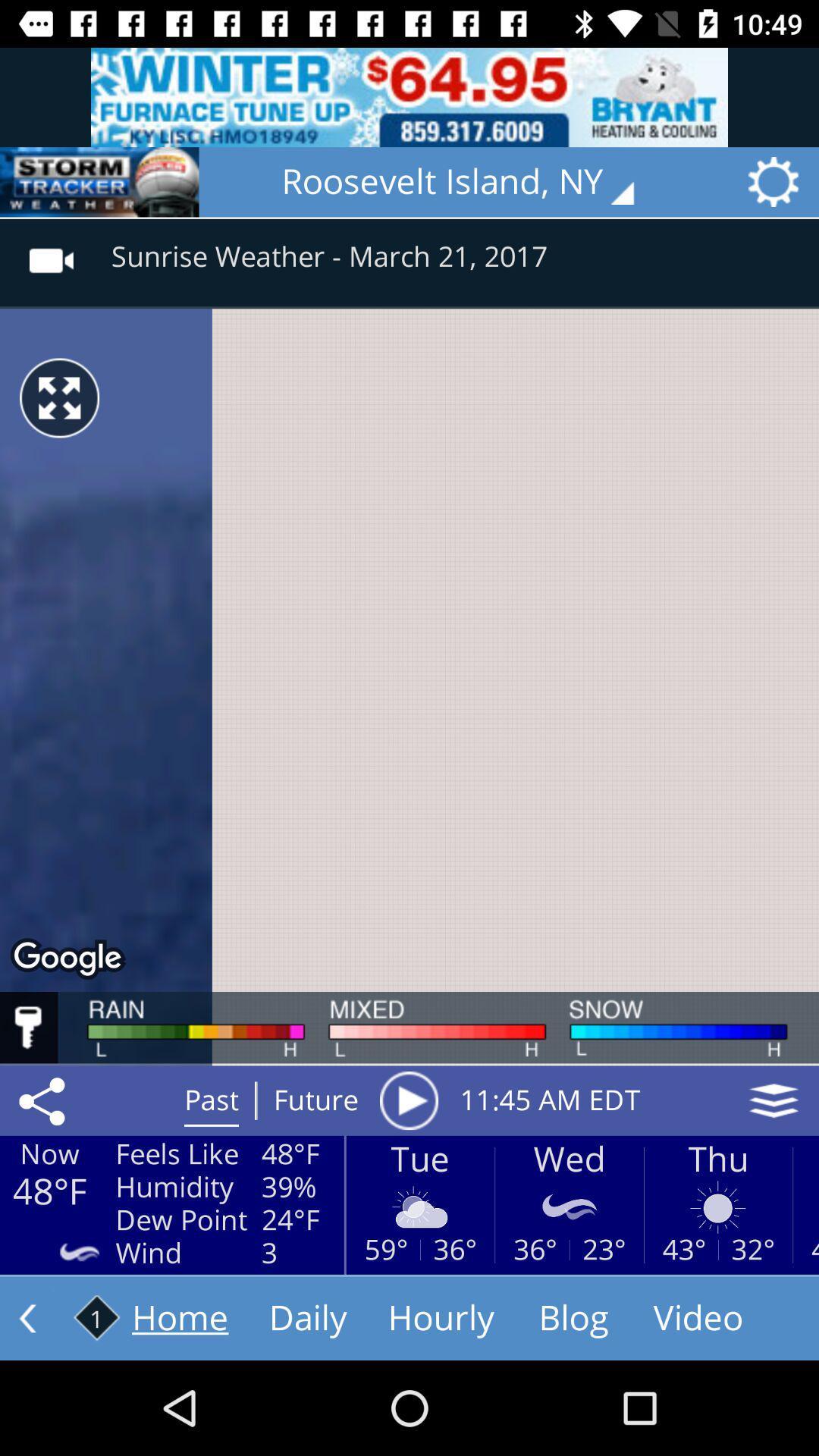 This screenshot has height=1456, width=819. I want to click on play icon before 1145 am, so click(409, 1100).